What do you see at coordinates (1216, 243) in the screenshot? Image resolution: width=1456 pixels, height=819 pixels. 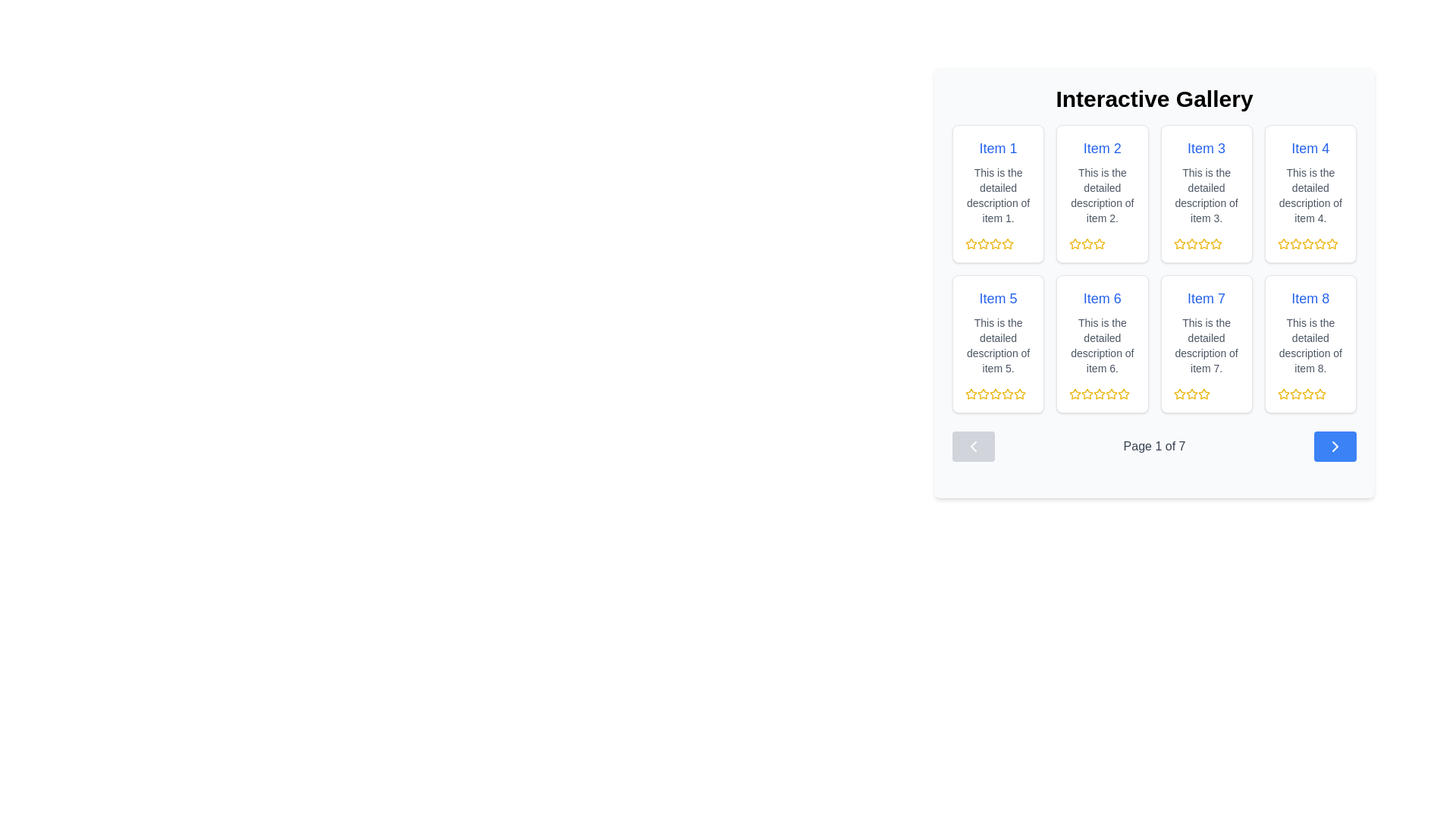 I see `the rating star icon for Item 3 in the first row and third column of the grid layout` at bounding box center [1216, 243].